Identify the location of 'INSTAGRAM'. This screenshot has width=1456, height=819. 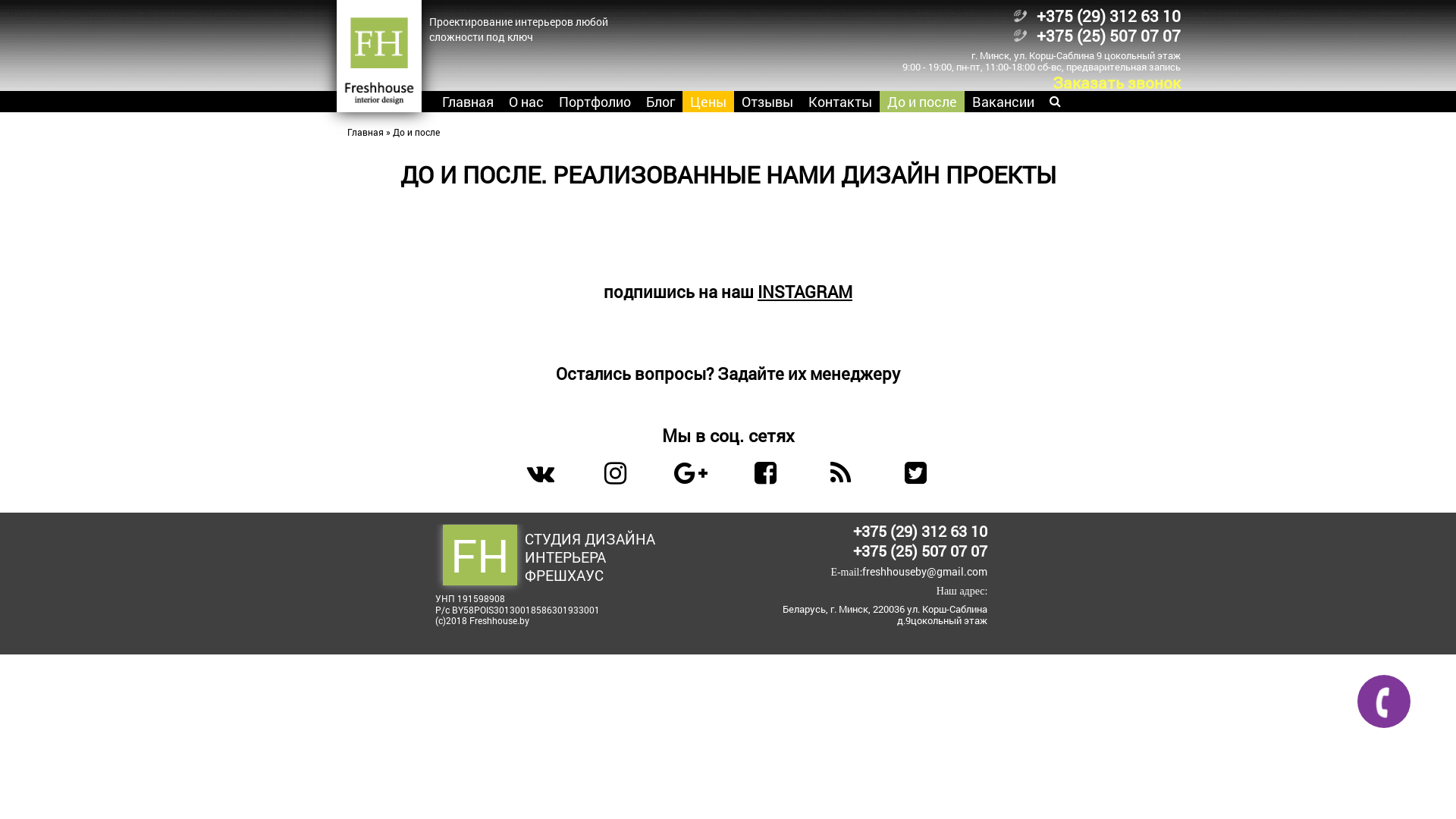
(757, 291).